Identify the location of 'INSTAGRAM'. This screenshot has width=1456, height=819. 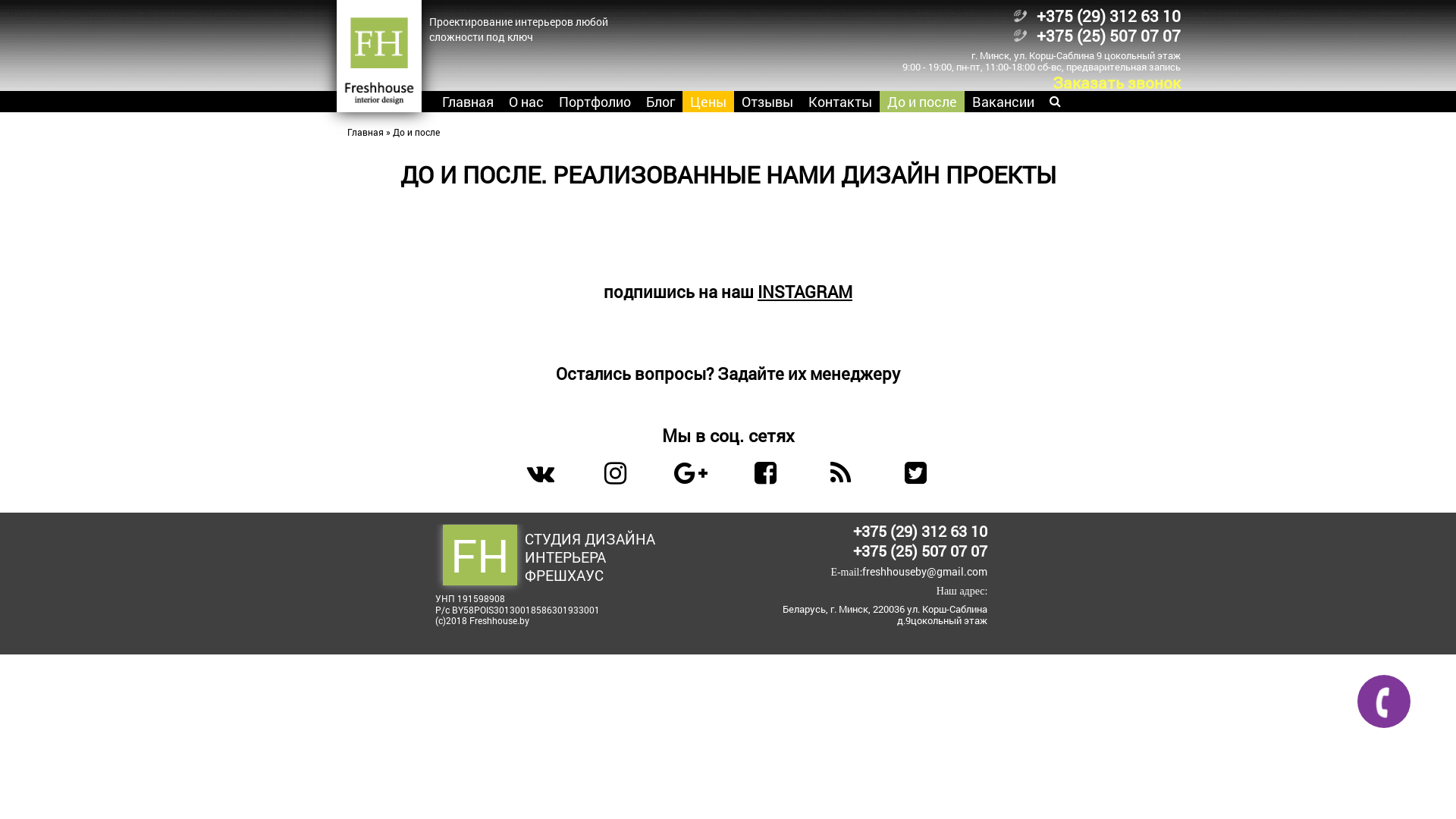
(757, 291).